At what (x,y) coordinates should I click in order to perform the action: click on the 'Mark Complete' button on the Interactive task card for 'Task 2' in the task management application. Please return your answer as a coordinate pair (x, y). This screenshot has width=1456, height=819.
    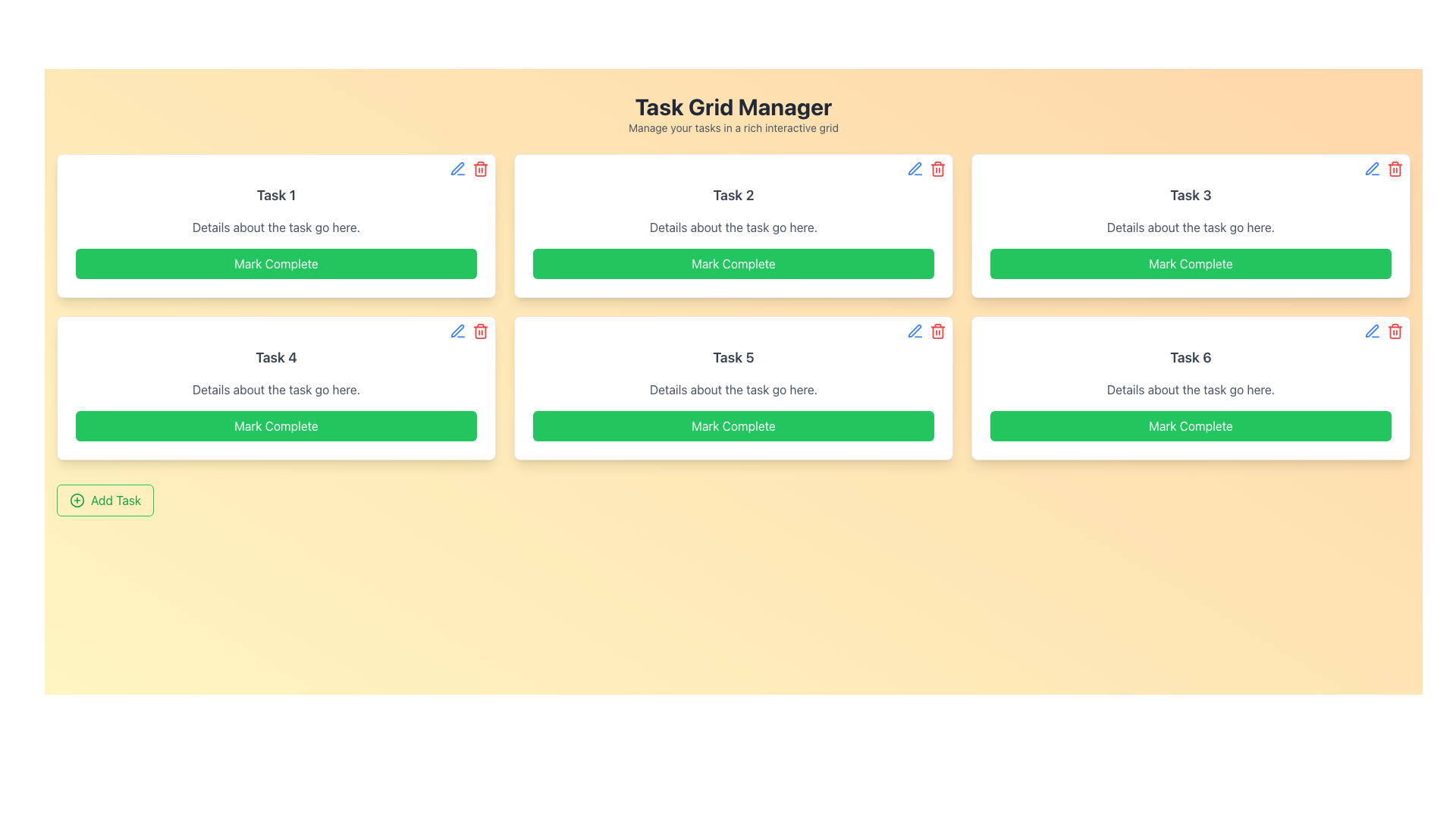
    Looking at the image, I should click on (733, 225).